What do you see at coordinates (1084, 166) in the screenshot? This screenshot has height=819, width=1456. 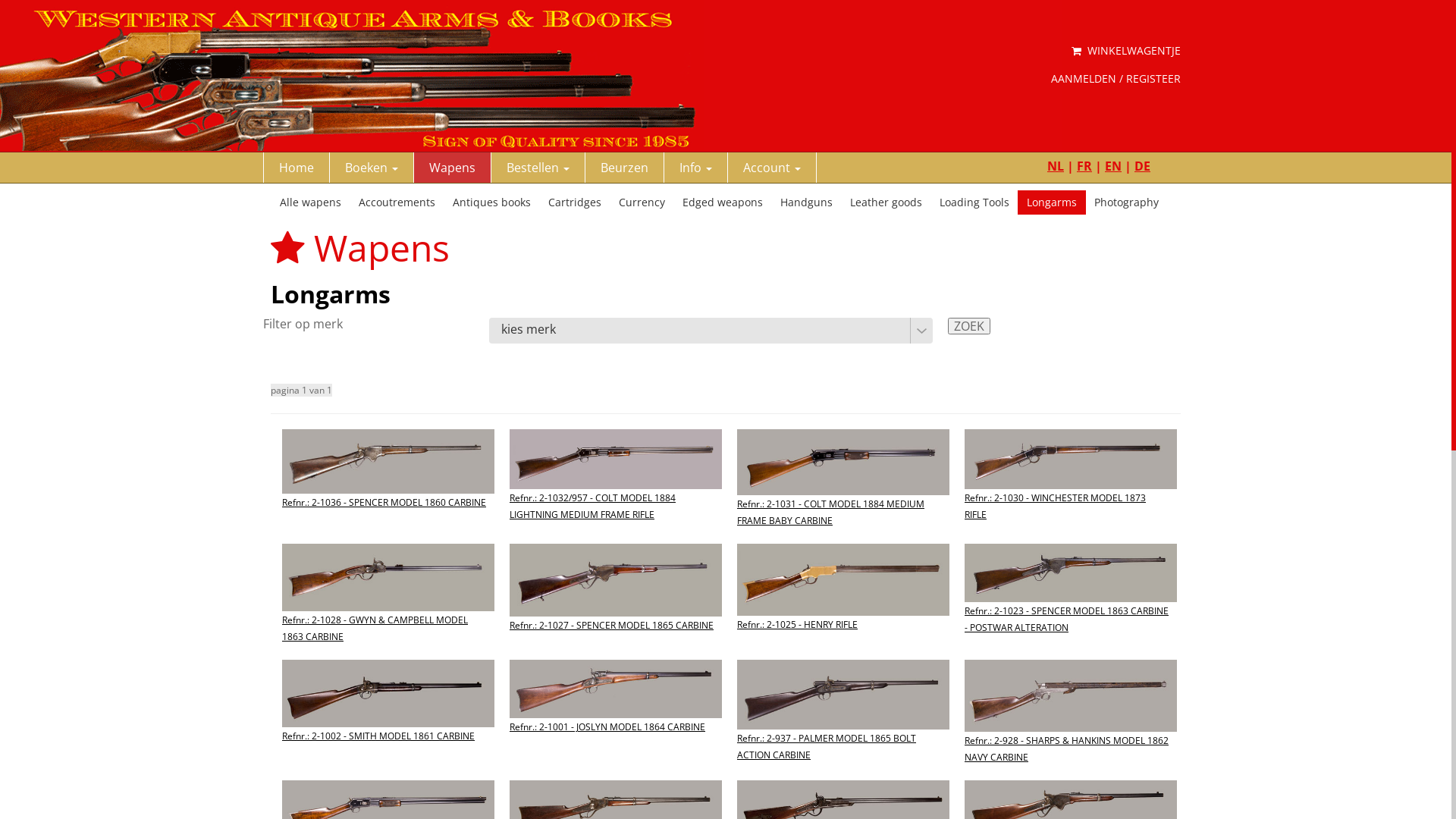 I see `'FR'` at bounding box center [1084, 166].